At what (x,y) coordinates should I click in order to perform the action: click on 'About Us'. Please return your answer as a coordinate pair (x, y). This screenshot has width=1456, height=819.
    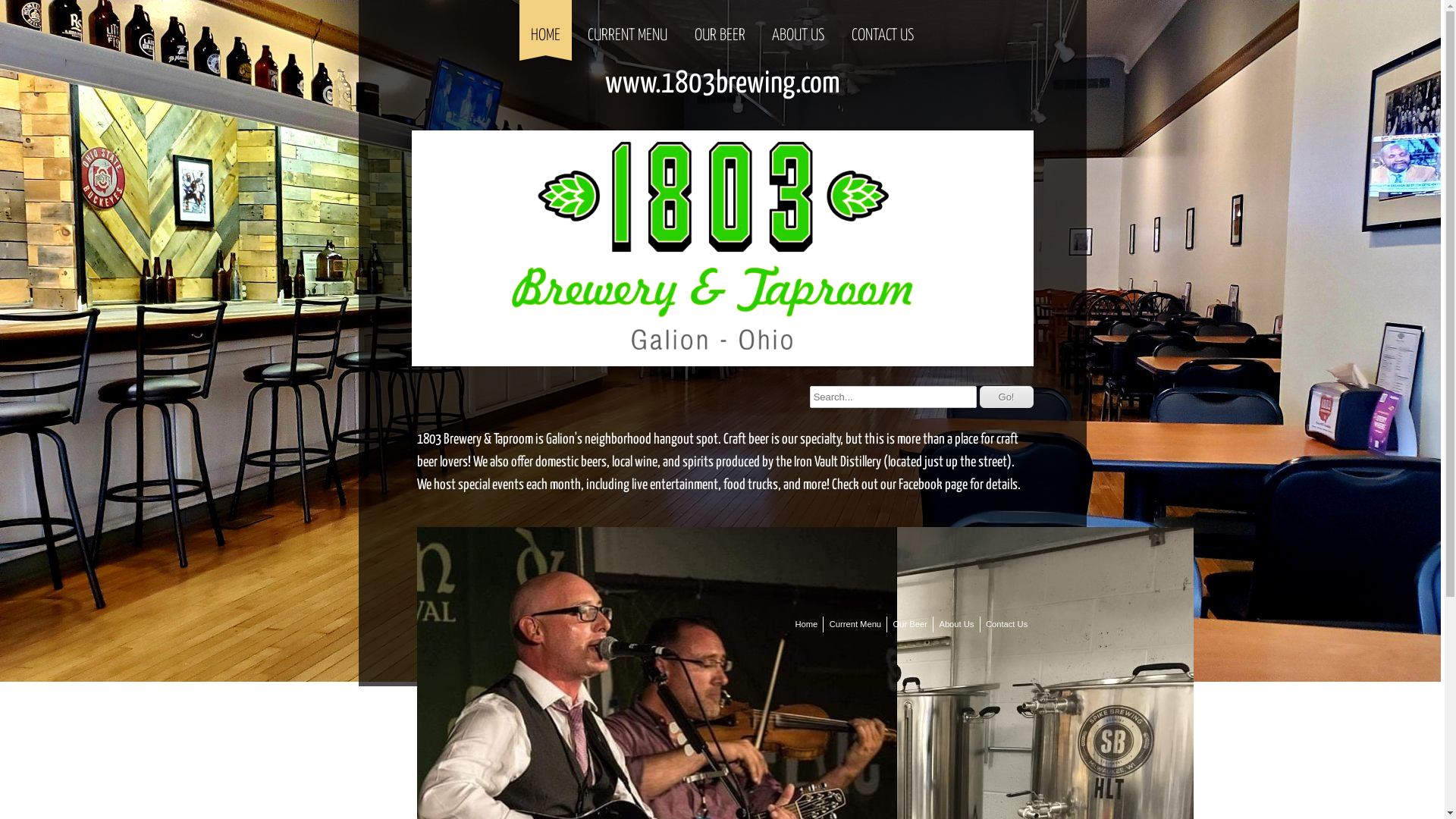
    Looking at the image, I should click on (934, 624).